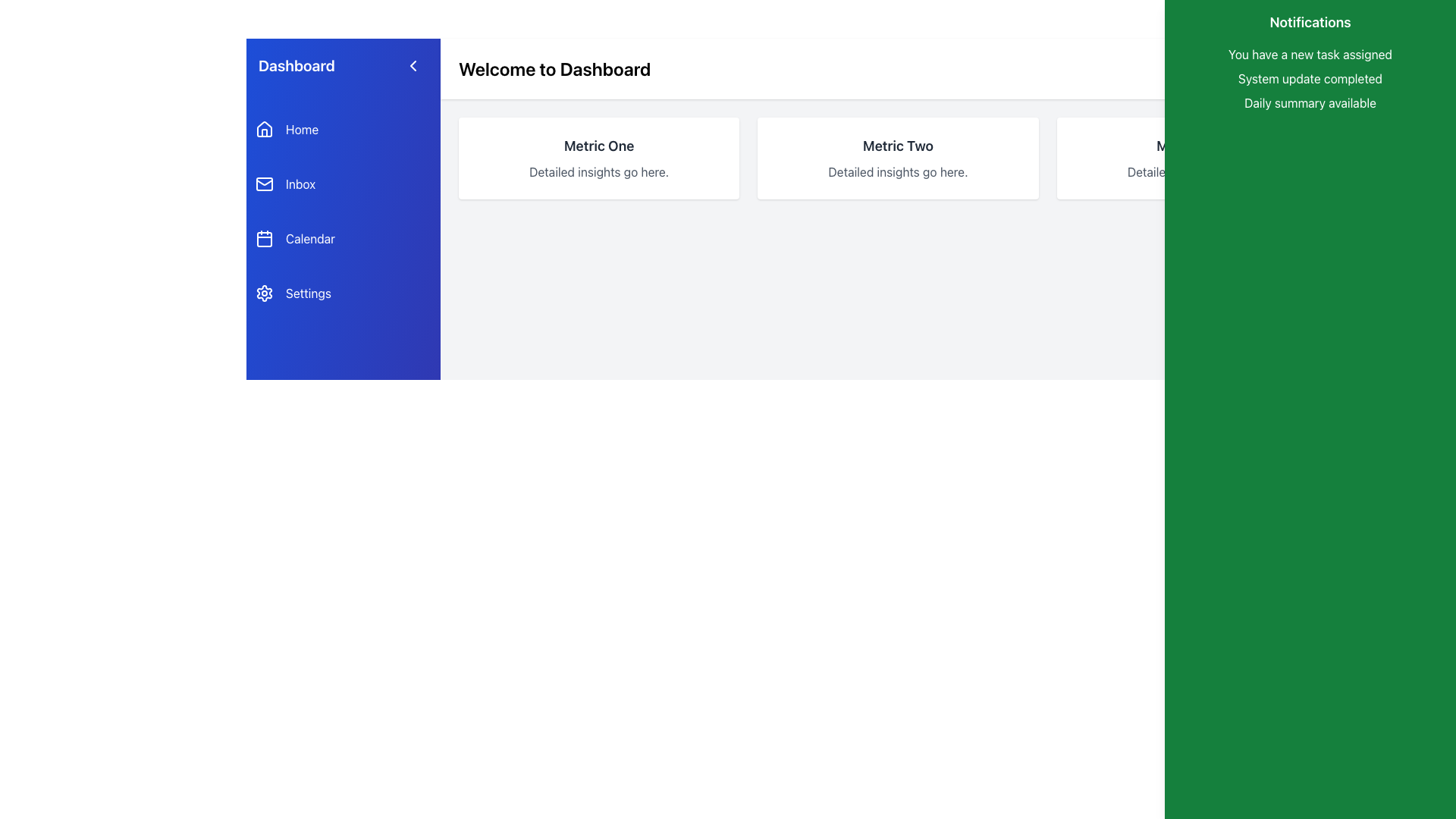 This screenshot has height=819, width=1456. I want to click on the 'Settings' button in the left sidebar menu, so click(342, 293).